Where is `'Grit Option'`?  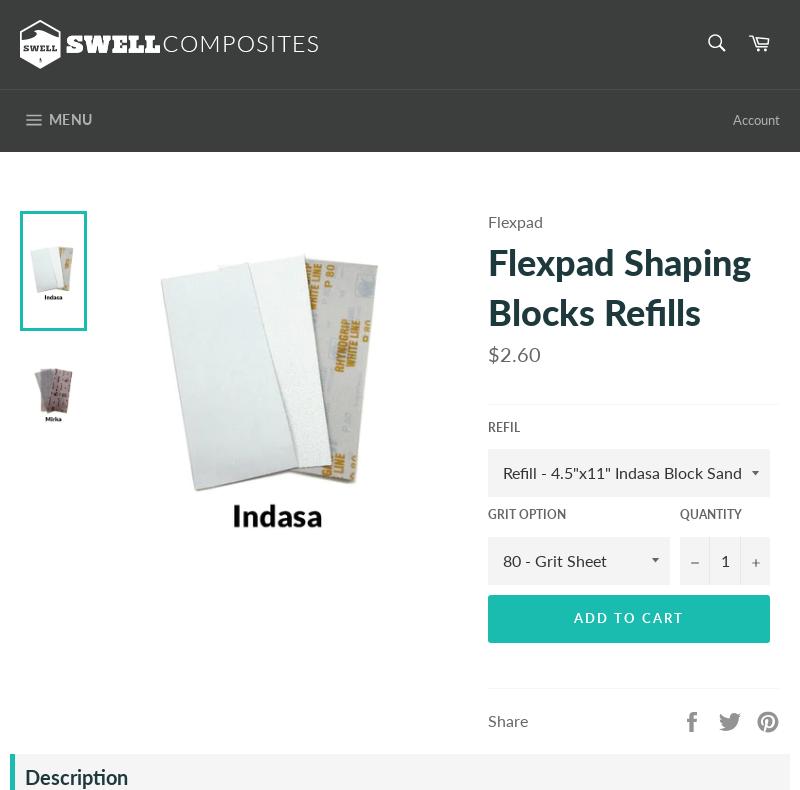
'Grit Option' is located at coordinates (488, 514).